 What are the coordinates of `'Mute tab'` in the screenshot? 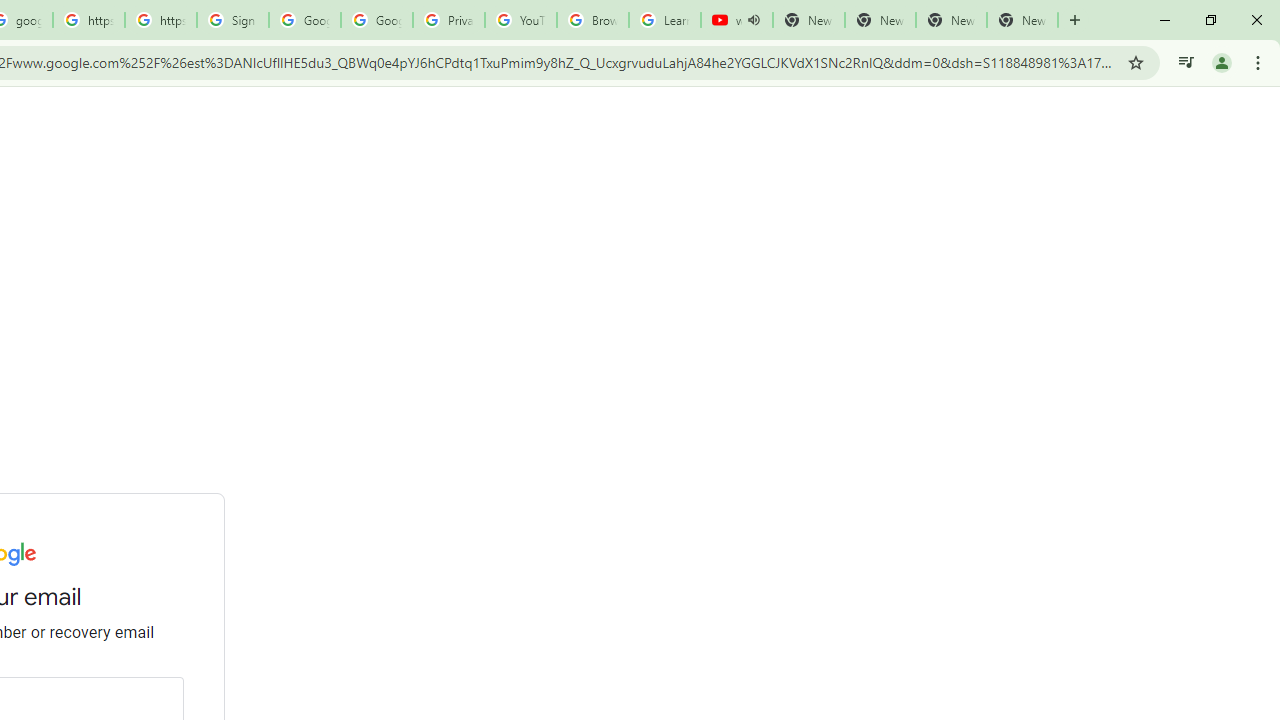 It's located at (752, 20).